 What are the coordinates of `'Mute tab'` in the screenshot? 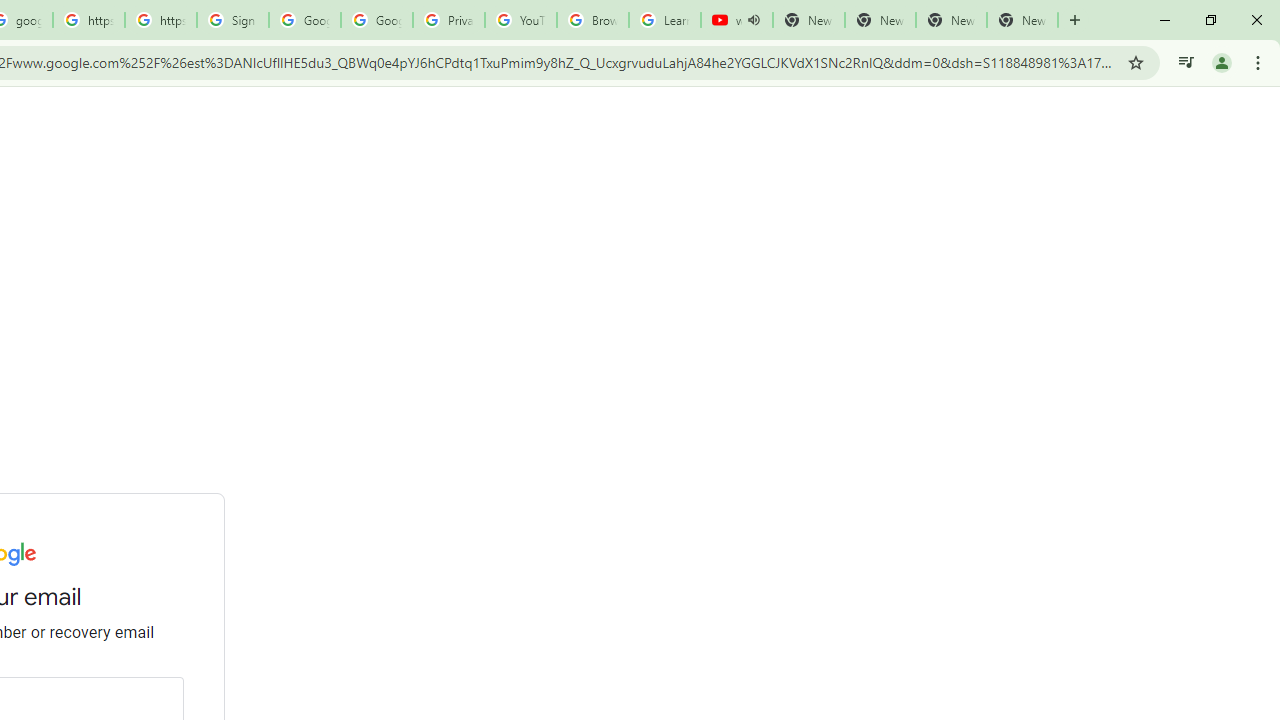 It's located at (752, 20).